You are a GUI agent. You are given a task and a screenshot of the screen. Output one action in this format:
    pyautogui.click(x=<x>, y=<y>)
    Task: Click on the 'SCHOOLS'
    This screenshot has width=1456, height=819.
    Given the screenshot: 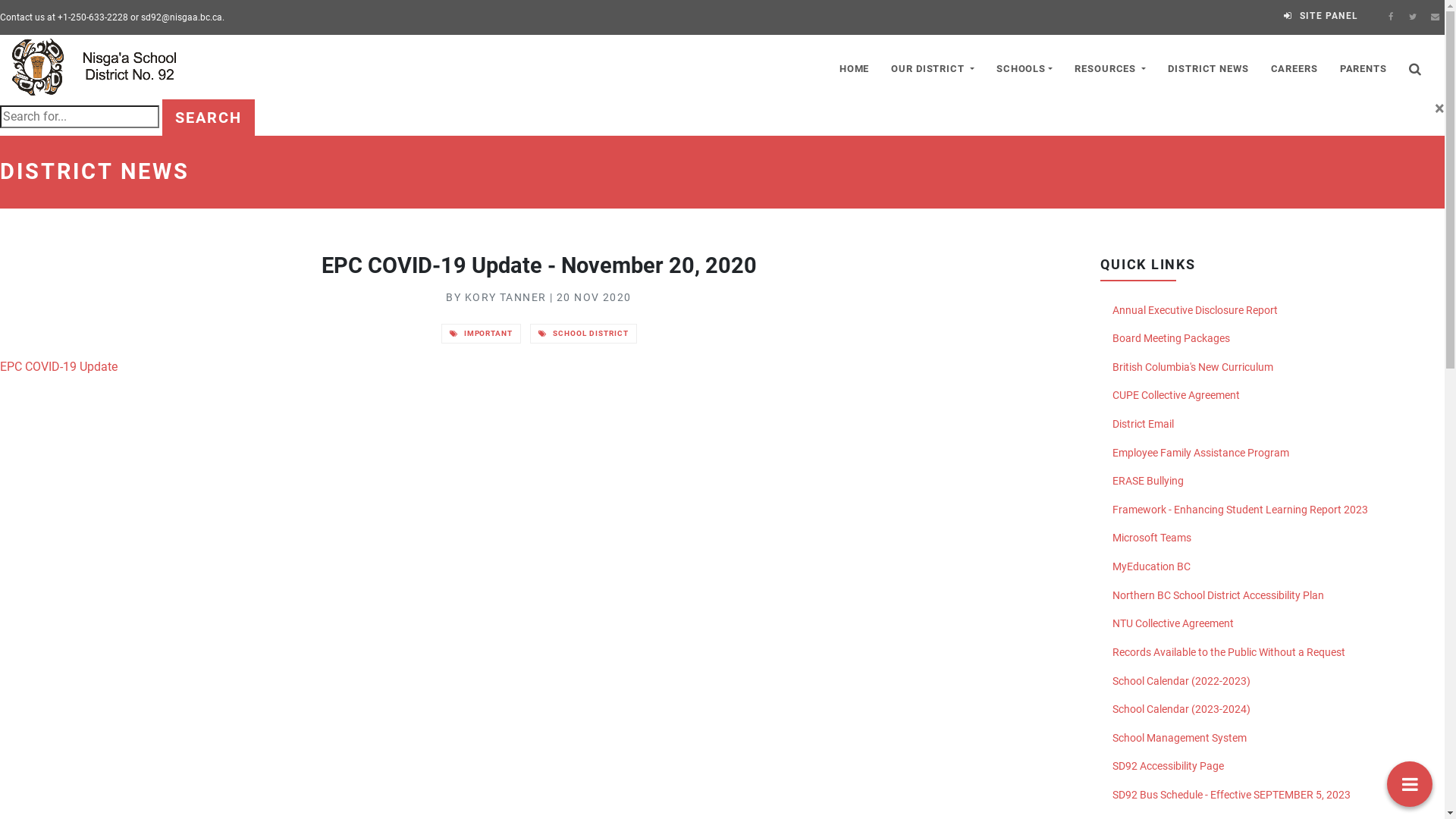 What is the action you would take?
    pyautogui.click(x=1024, y=66)
    